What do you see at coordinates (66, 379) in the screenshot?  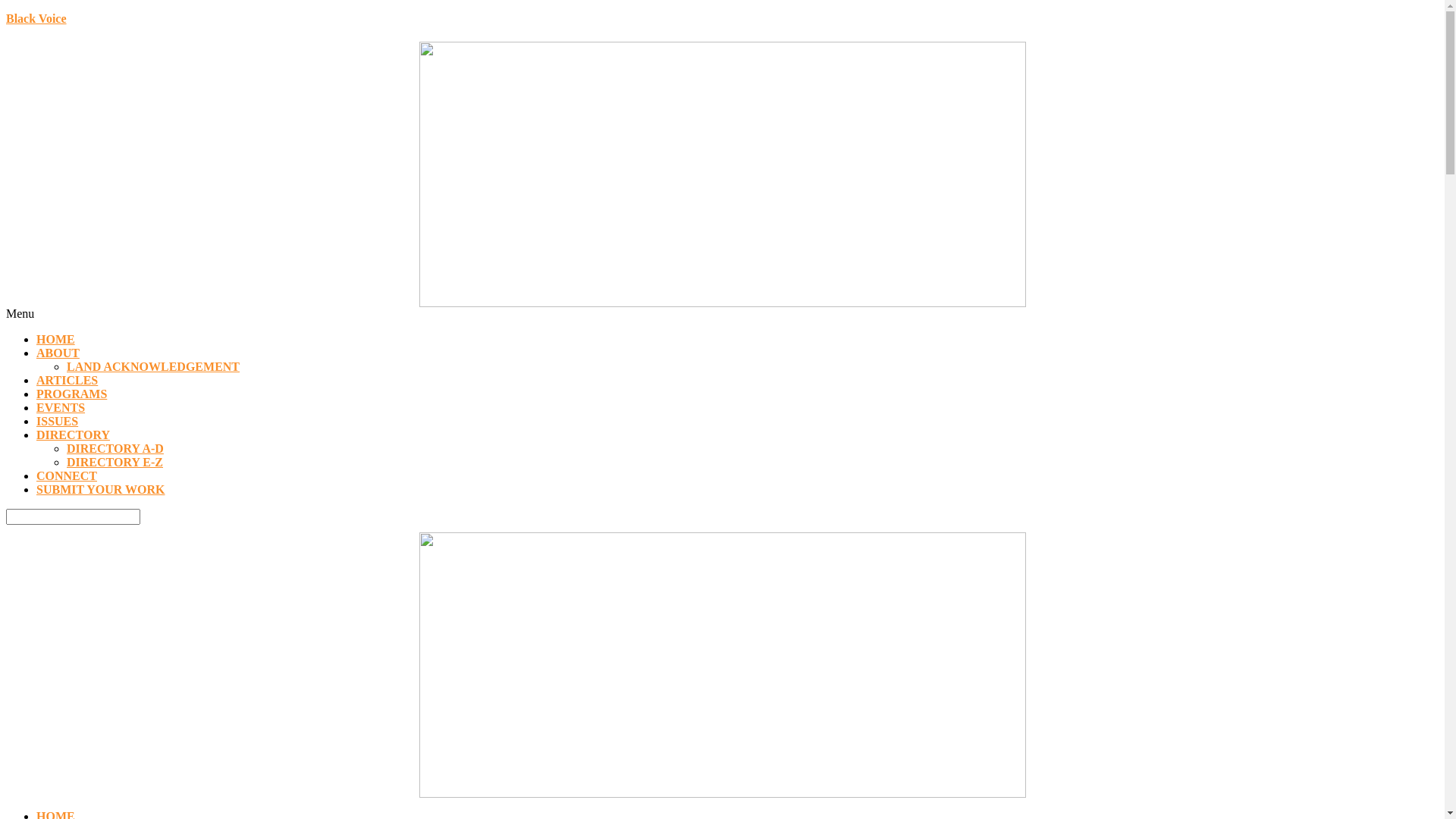 I see `'ARTICLES'` at bounding box center [66, 379].